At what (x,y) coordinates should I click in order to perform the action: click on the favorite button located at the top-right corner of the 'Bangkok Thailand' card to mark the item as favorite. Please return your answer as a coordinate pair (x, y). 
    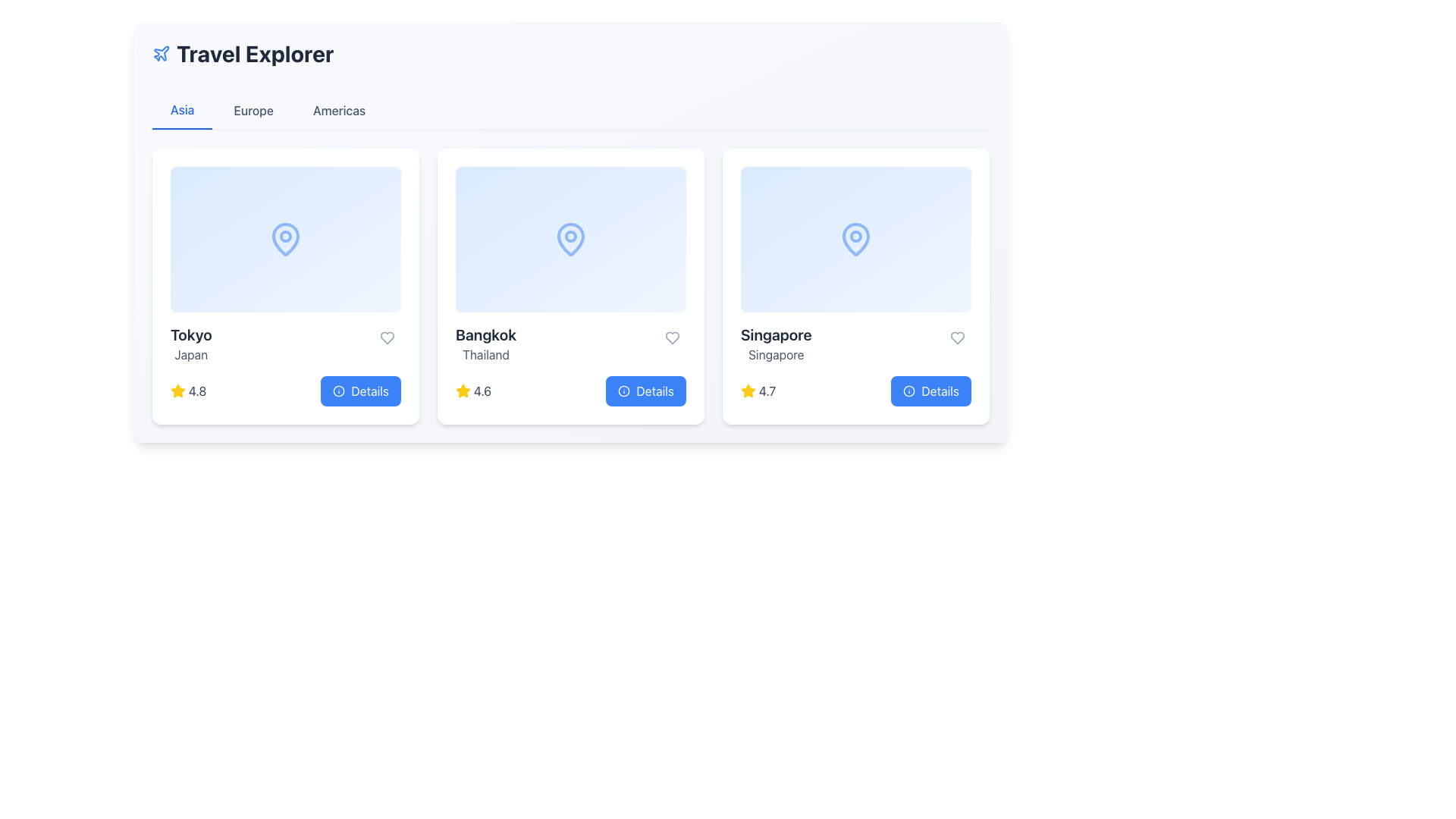
    Looking at the image, I should click on (672, 337).